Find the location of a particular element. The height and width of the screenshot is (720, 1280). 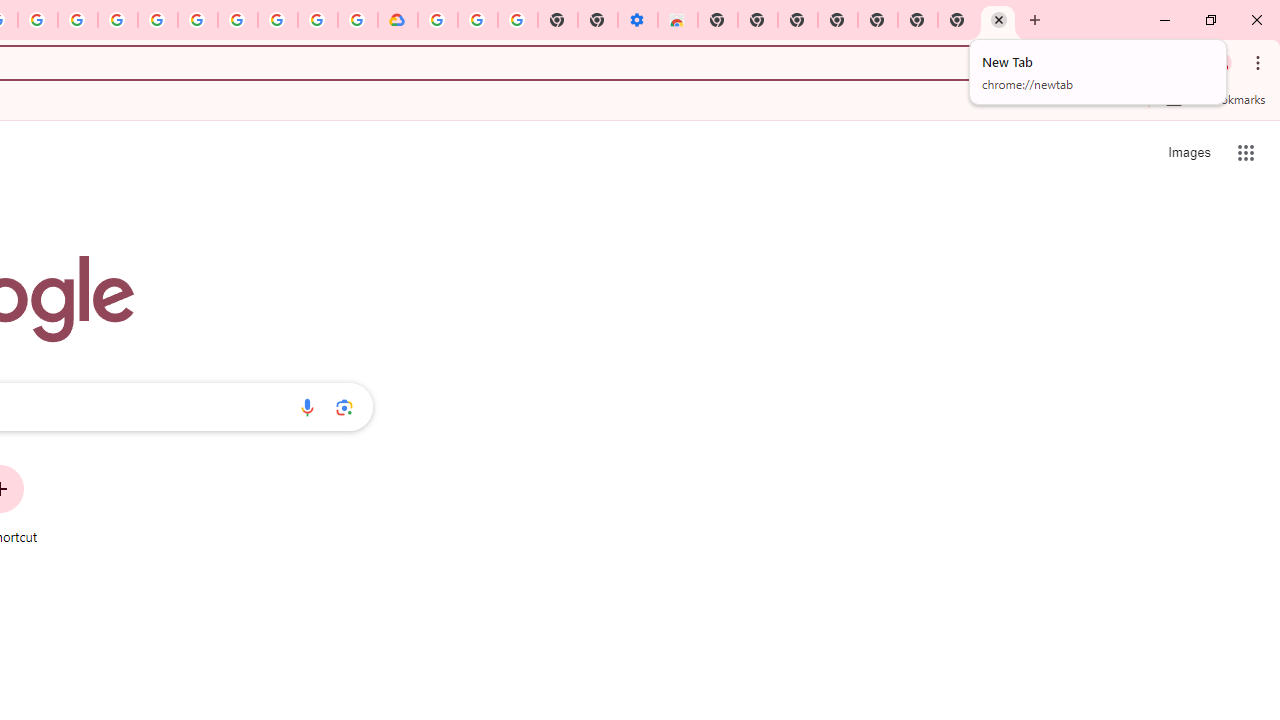

'Browse the Google Chrome Community - Google Chrome Community' is located at coordinates (357, 20).